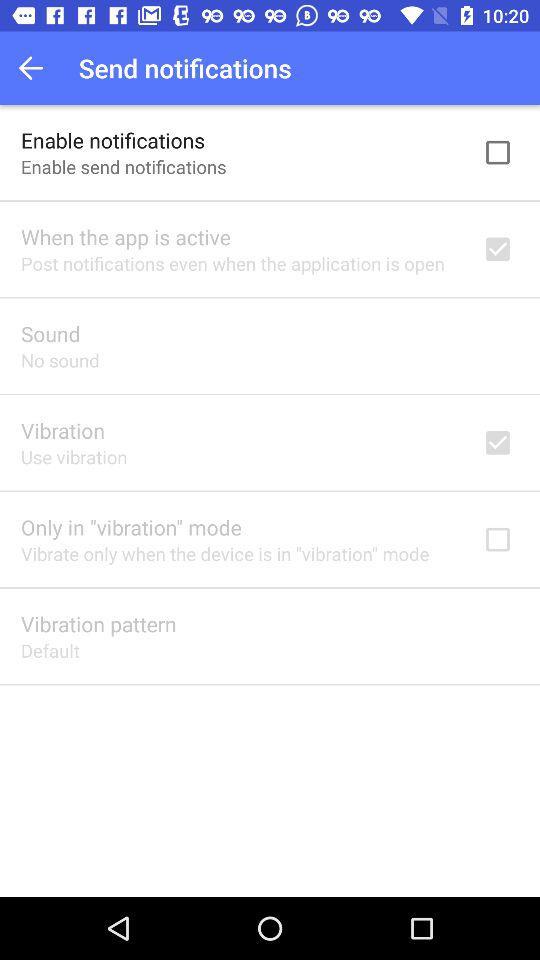 The width and height of the screenshot is (540, 960). What do you see at coordinates (60, 360) in the screenshot?
I see `icon above the vibration app` at bounding box center [60, 360].